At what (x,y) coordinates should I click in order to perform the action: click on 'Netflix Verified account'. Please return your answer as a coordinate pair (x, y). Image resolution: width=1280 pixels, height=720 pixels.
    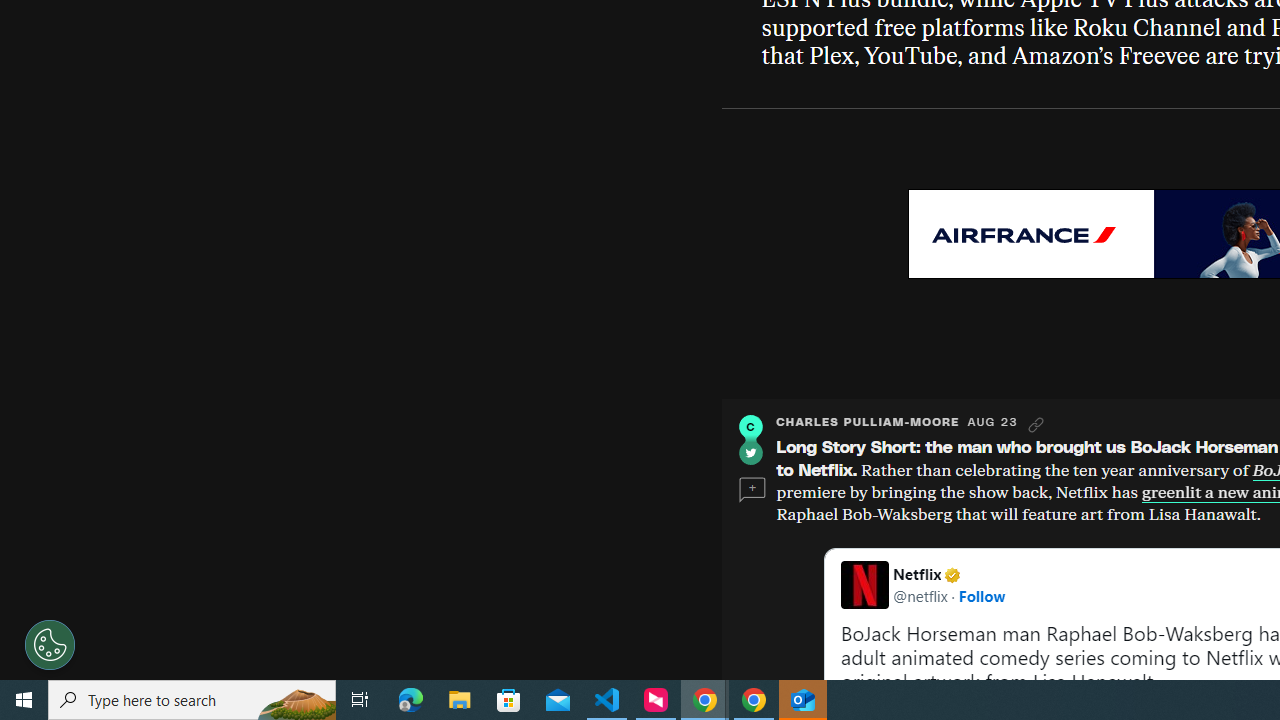
    Looking at the image, I should click on (948, 574).